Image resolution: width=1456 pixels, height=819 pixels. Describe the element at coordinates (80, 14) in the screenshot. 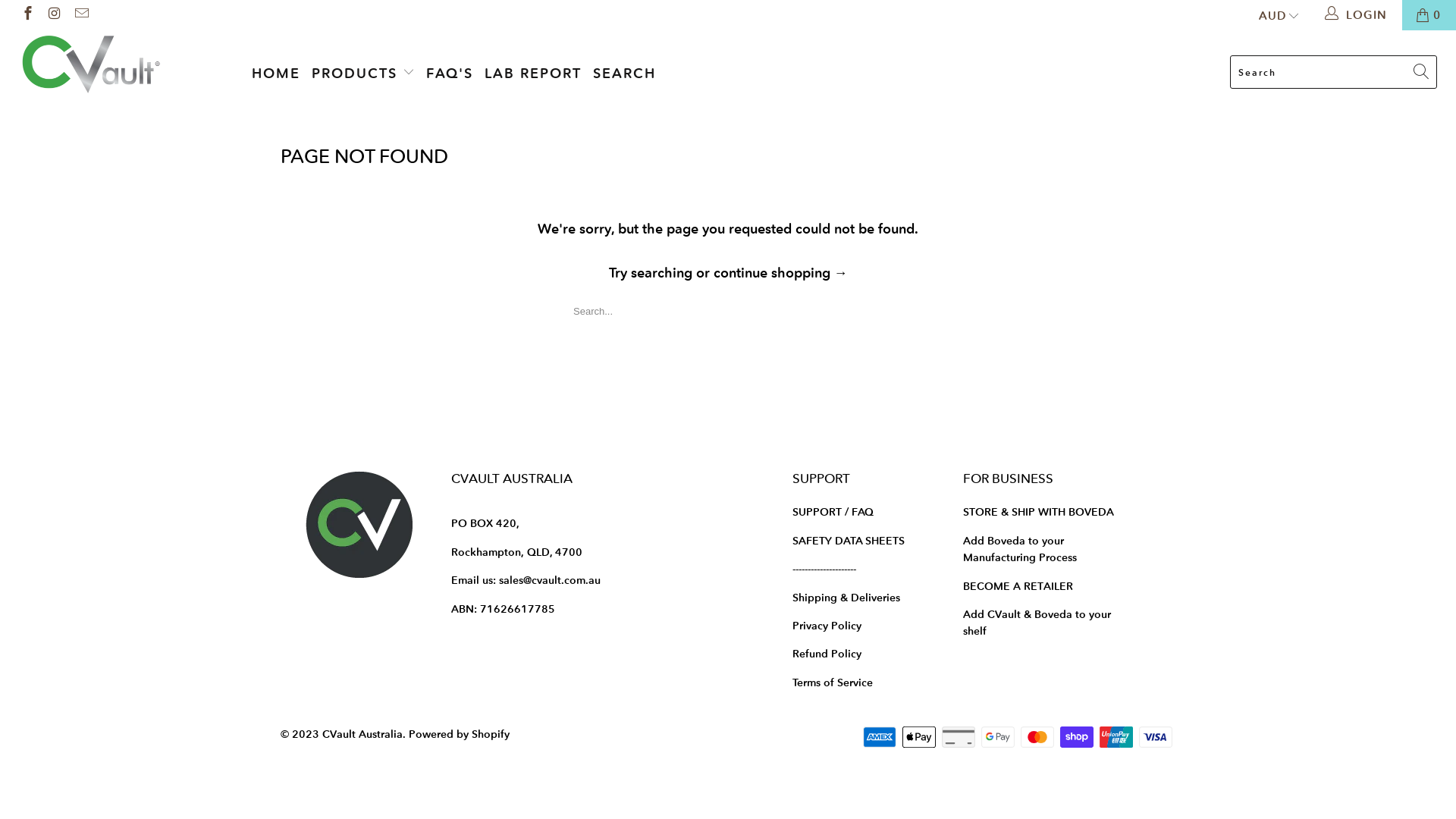

I see `'Email CVault Australia'` at that location.